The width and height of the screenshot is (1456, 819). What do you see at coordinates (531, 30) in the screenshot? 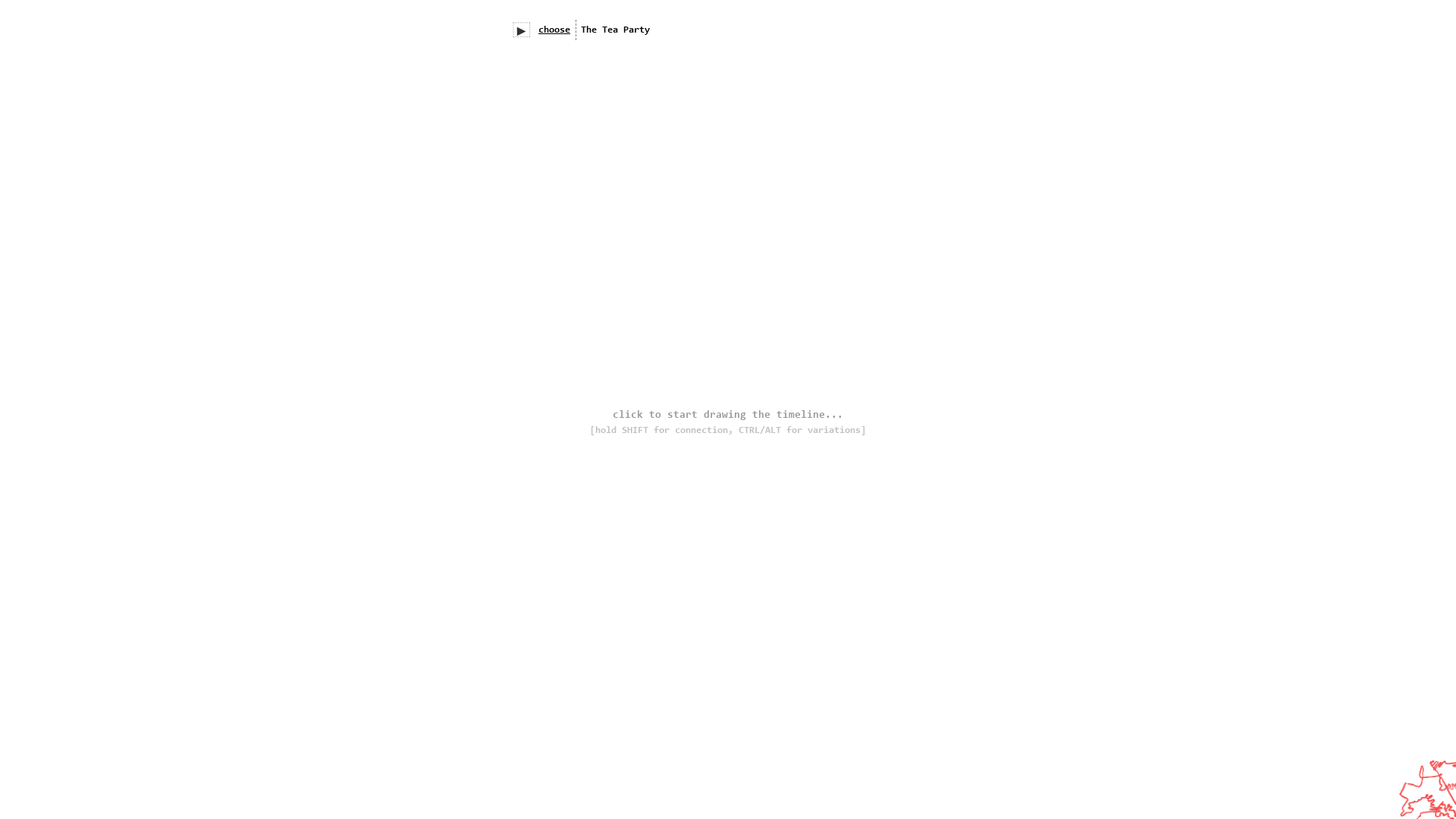
I see `'menu/search'` at bounding box center [531, 30].